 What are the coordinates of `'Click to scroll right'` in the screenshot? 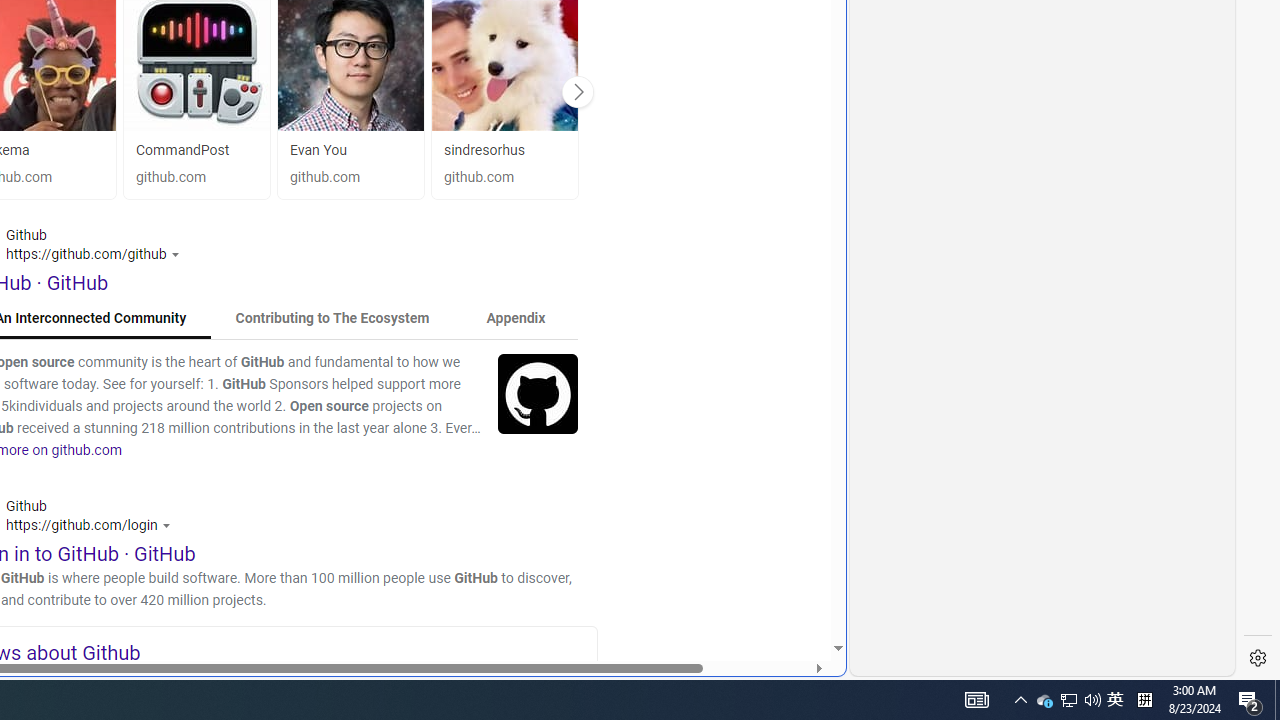 It's located at (576, 91).